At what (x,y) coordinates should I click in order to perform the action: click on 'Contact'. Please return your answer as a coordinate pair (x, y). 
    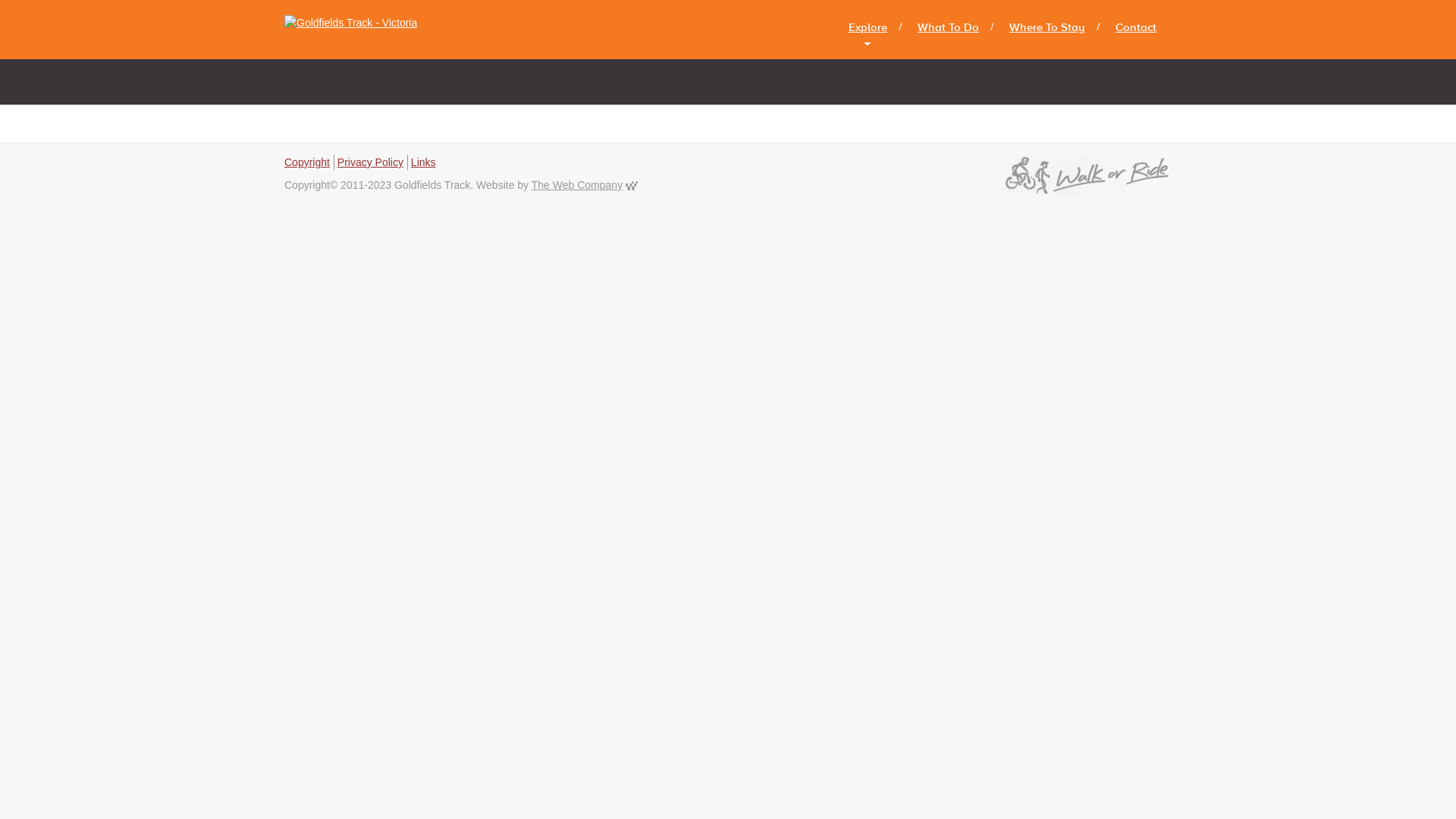
    Looking at the image, I should click on (1135, 27).